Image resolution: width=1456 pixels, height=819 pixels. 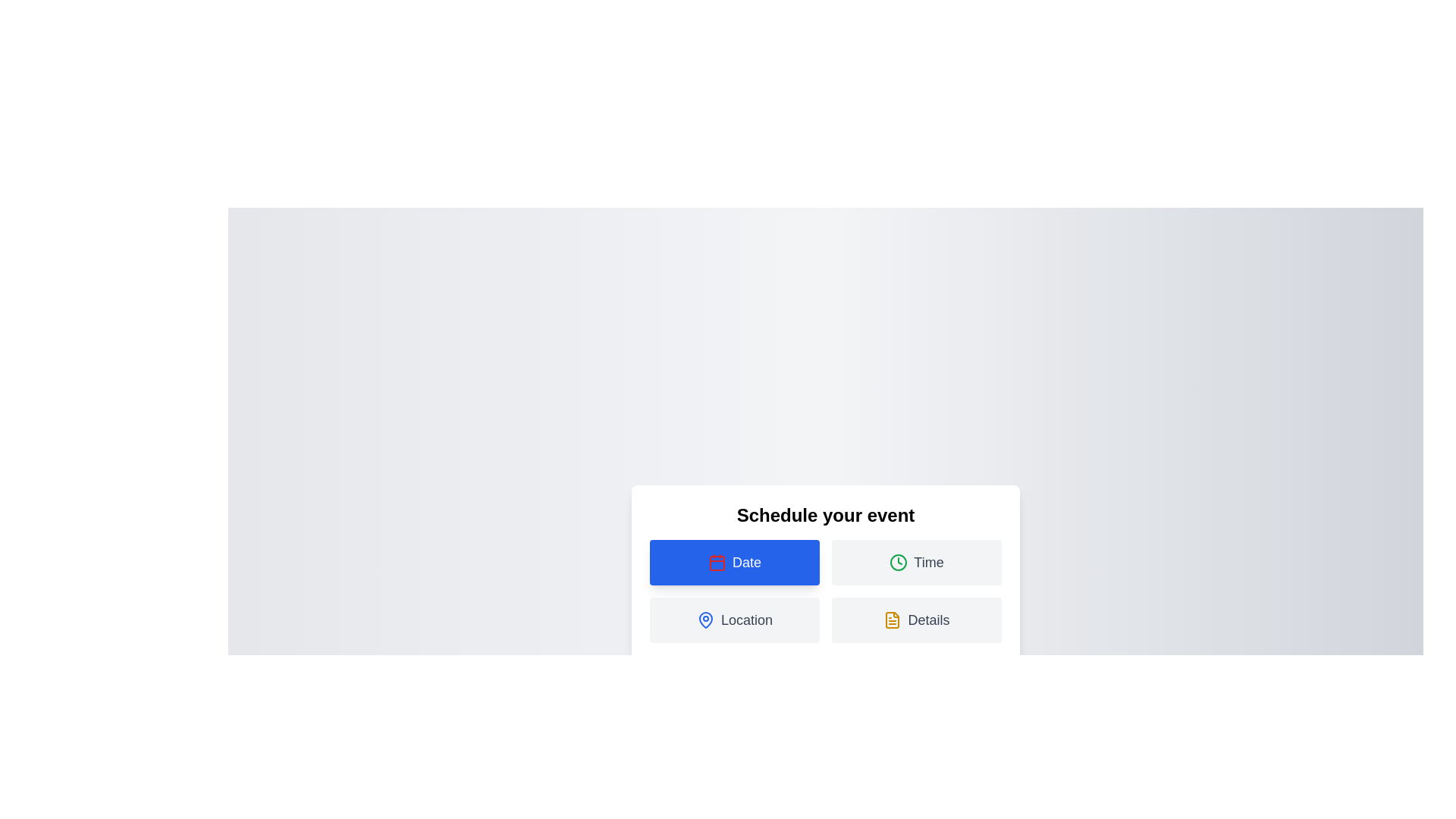 What do you see at coordinates (899, 562) in the screenshot?
I see `the SVG circle element that outlines the clock illustration within the 'Time' button located in the top-right corner of the button grid` at bounding box center [899, 562].